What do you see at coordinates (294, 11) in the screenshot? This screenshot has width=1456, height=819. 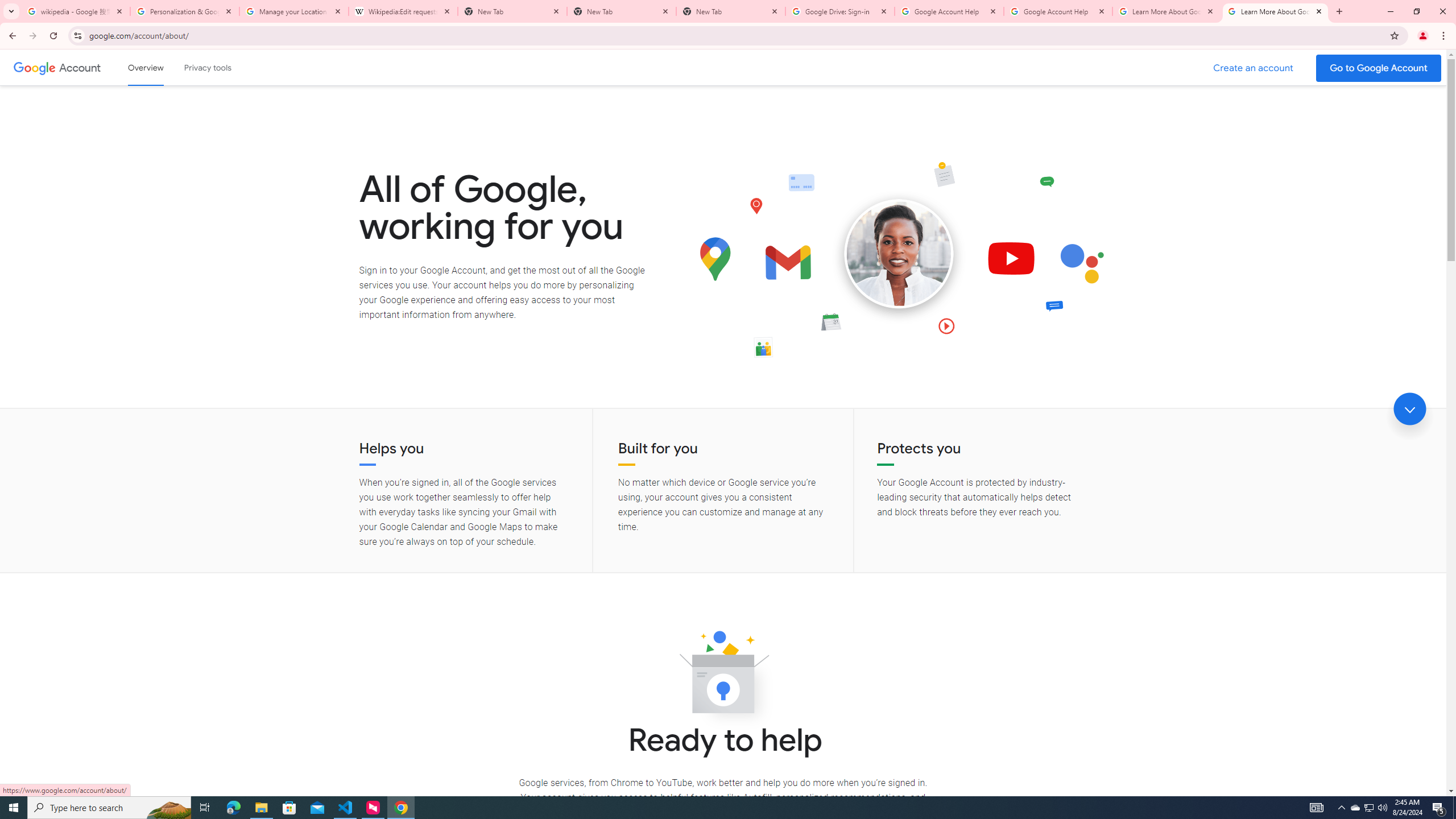 I see `'Manage your Location History - Google Search Help'` at bounding box center [294, 11].